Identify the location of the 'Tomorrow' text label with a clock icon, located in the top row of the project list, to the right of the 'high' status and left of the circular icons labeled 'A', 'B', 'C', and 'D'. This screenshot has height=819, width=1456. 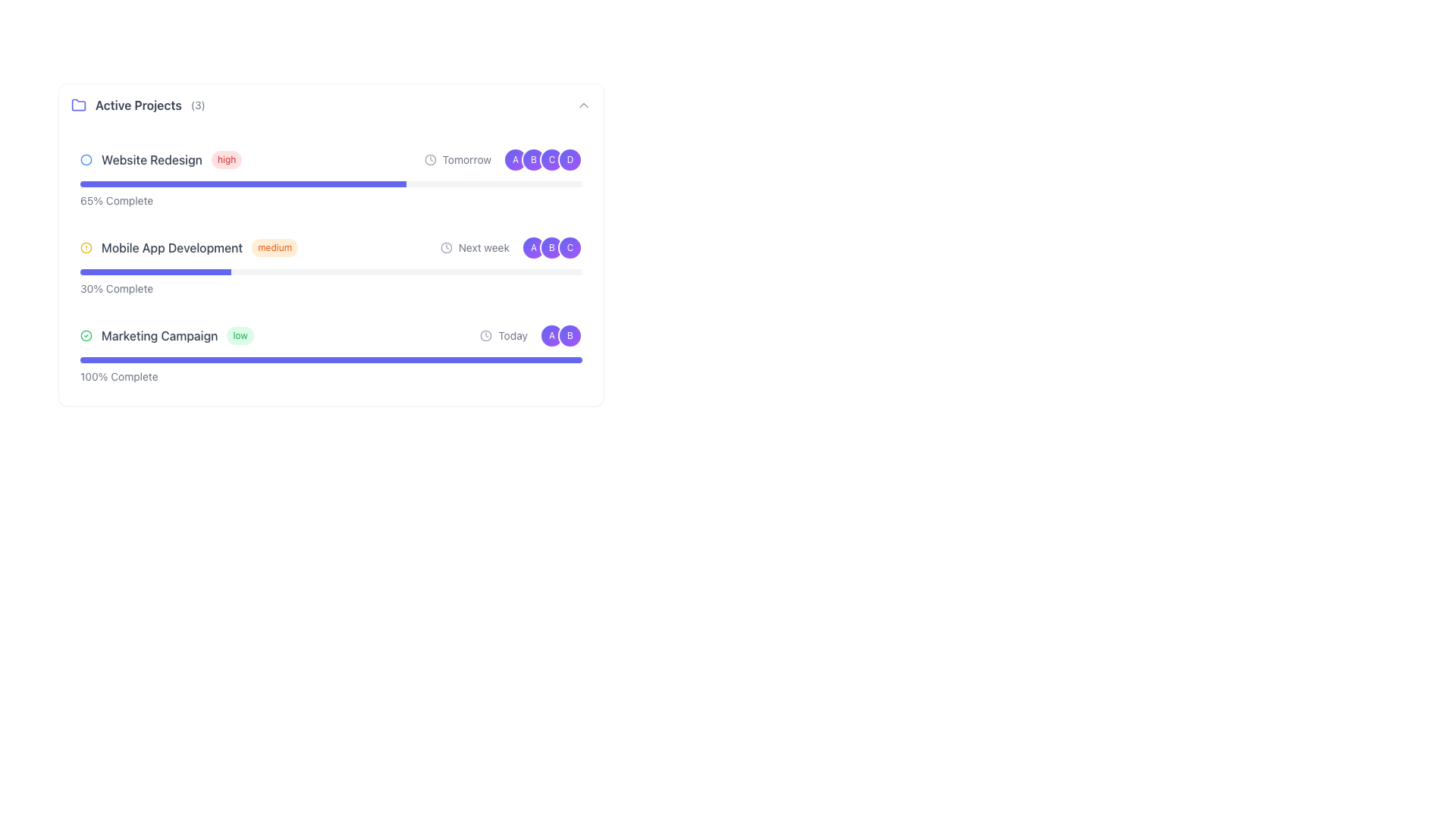
(457, 160).